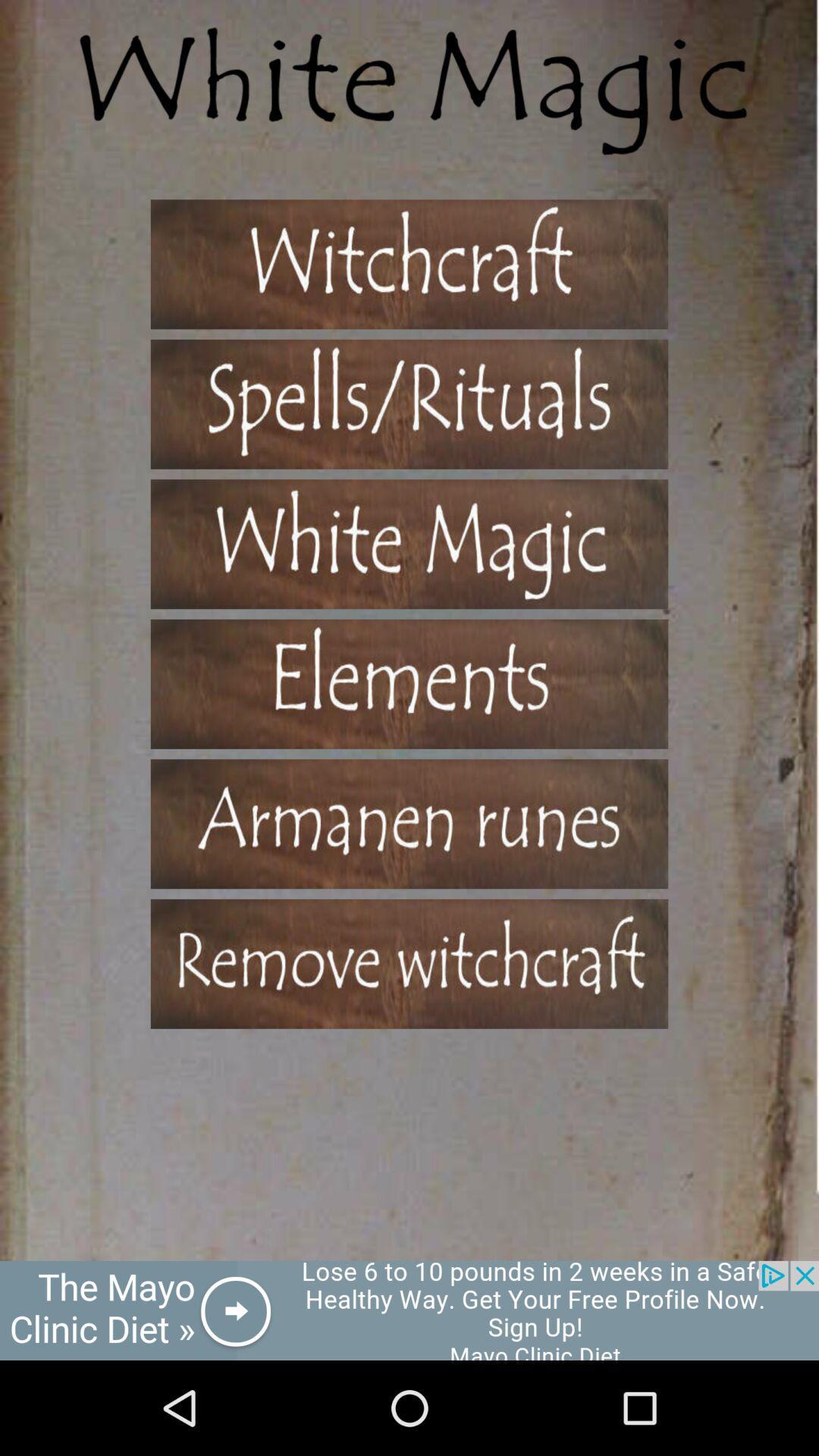 The height and width of the screenshot is (1456, 819). Describe the element at coordinates (409, 963) in the screenshot. I see `remove option` at that location.